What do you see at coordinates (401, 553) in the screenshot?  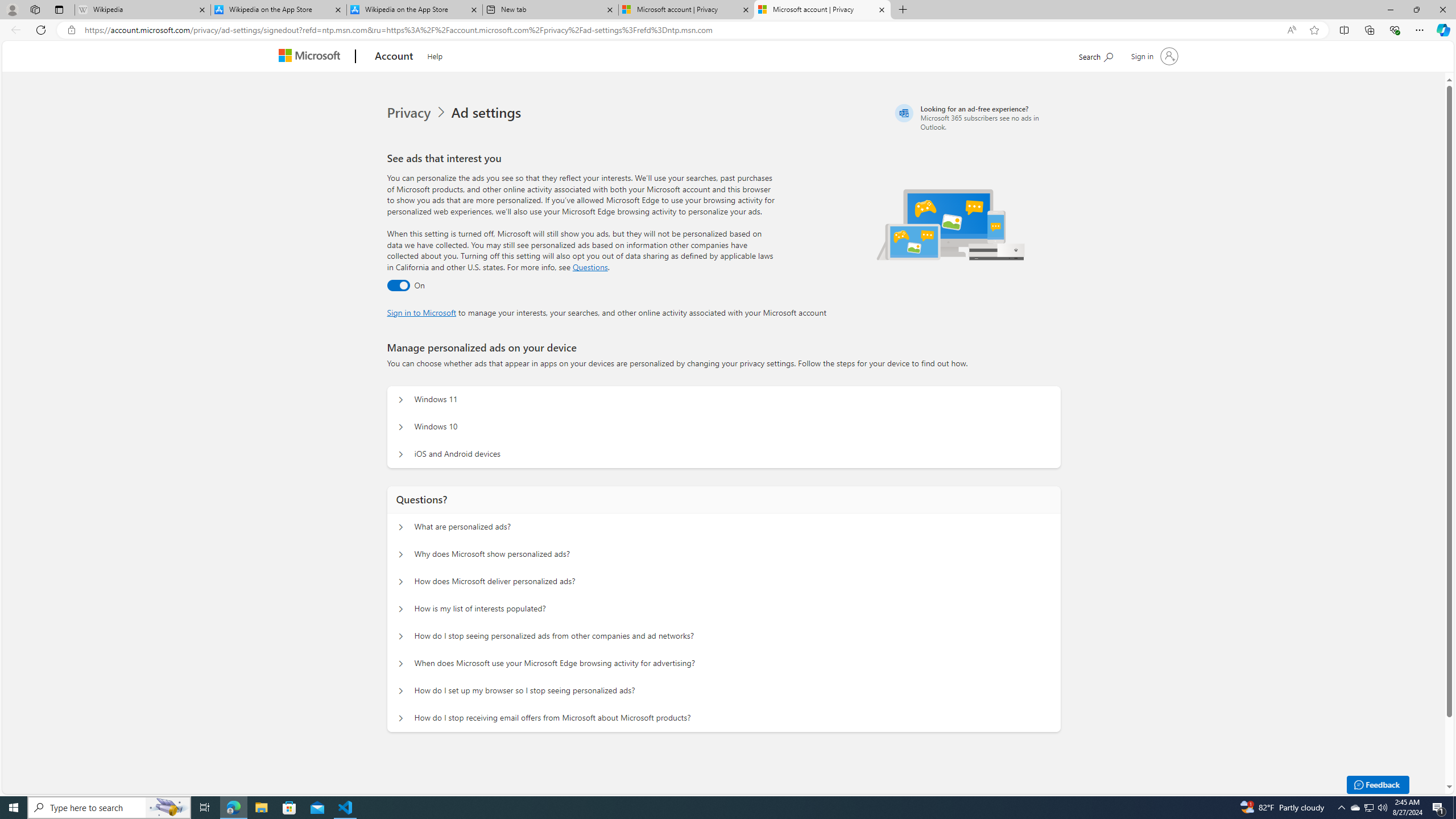 I see `'Questions? Why does Microsoft show personalized ads?'` at bounding box center [401, 553].